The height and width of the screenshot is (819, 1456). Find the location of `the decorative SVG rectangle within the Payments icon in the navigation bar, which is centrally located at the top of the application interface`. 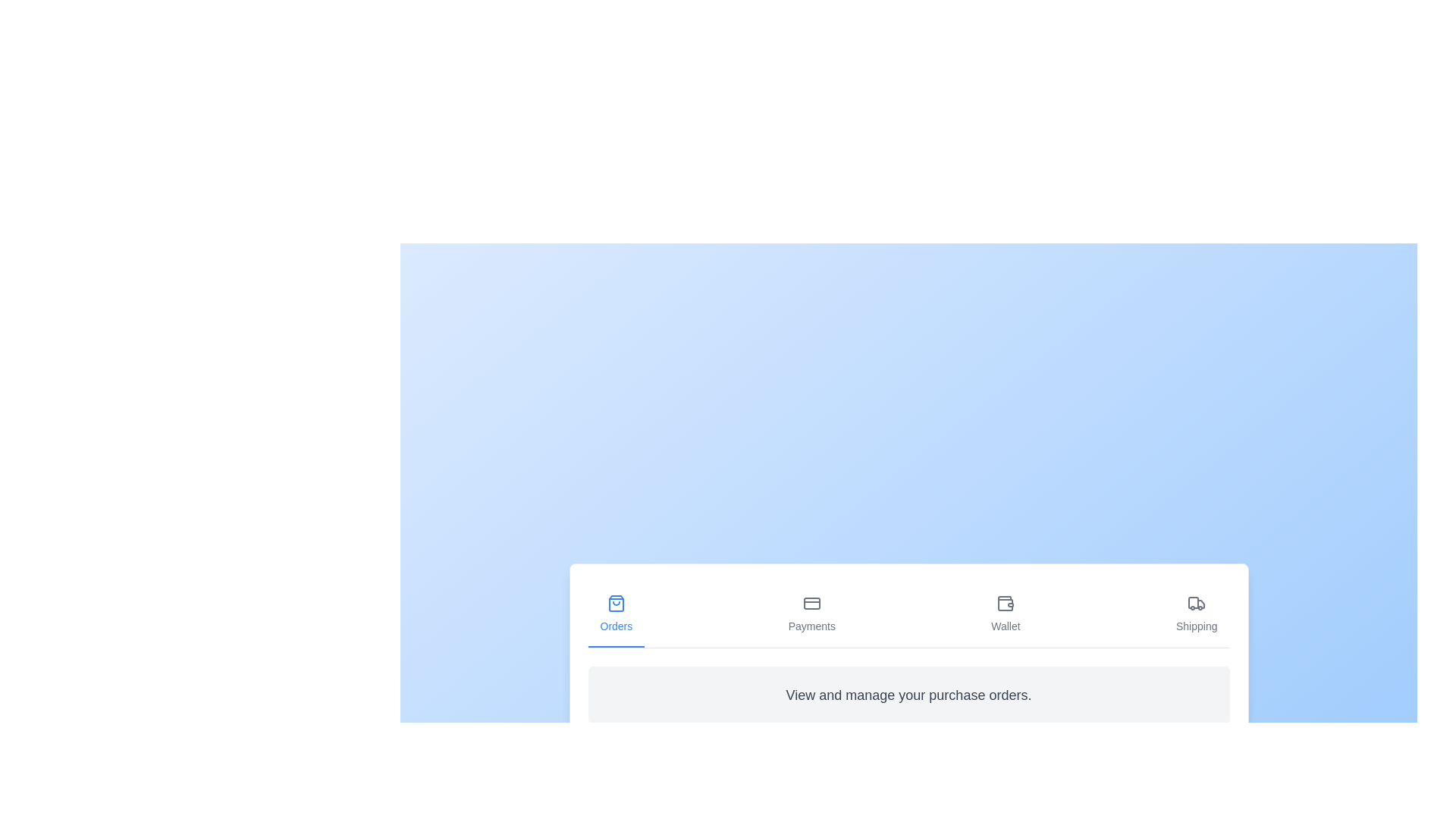

the decorative SVG rectangle within the Payments icon in the navigation bar, which is centrally located at the top of the application interface is located at coordinates (811, 602).